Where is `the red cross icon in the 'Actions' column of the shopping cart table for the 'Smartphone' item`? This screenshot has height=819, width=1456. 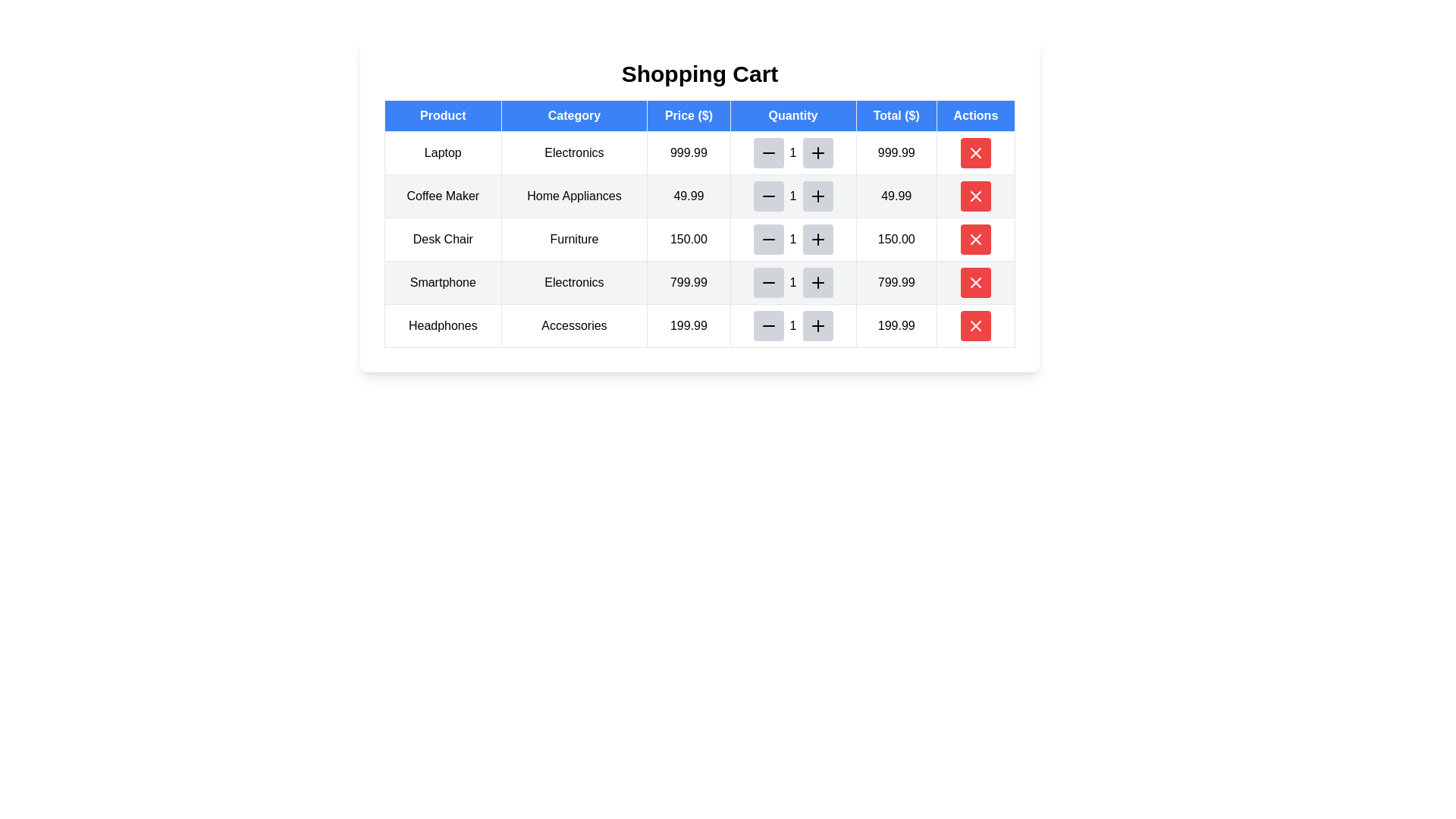 the red cross icon in the 'Actions' column of the shopping cart table for the 'Smartphone' item is located at coordinates (975, 283).